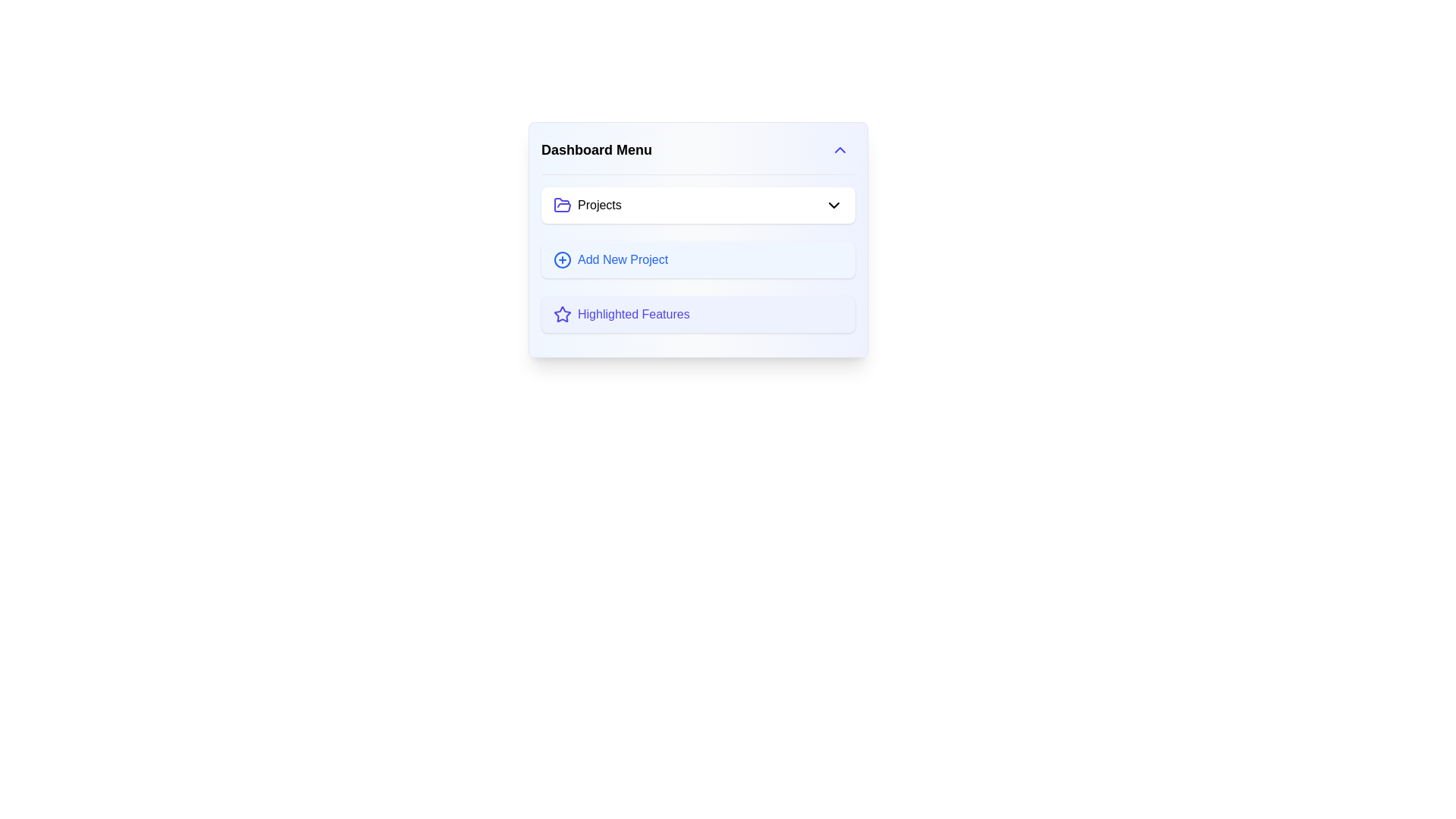 This screenshot has width=1456, height=819. I want to click on the Chevron icon located at the far right of the 'Projects' row in the Dashboard Menu, so click(833, 205).